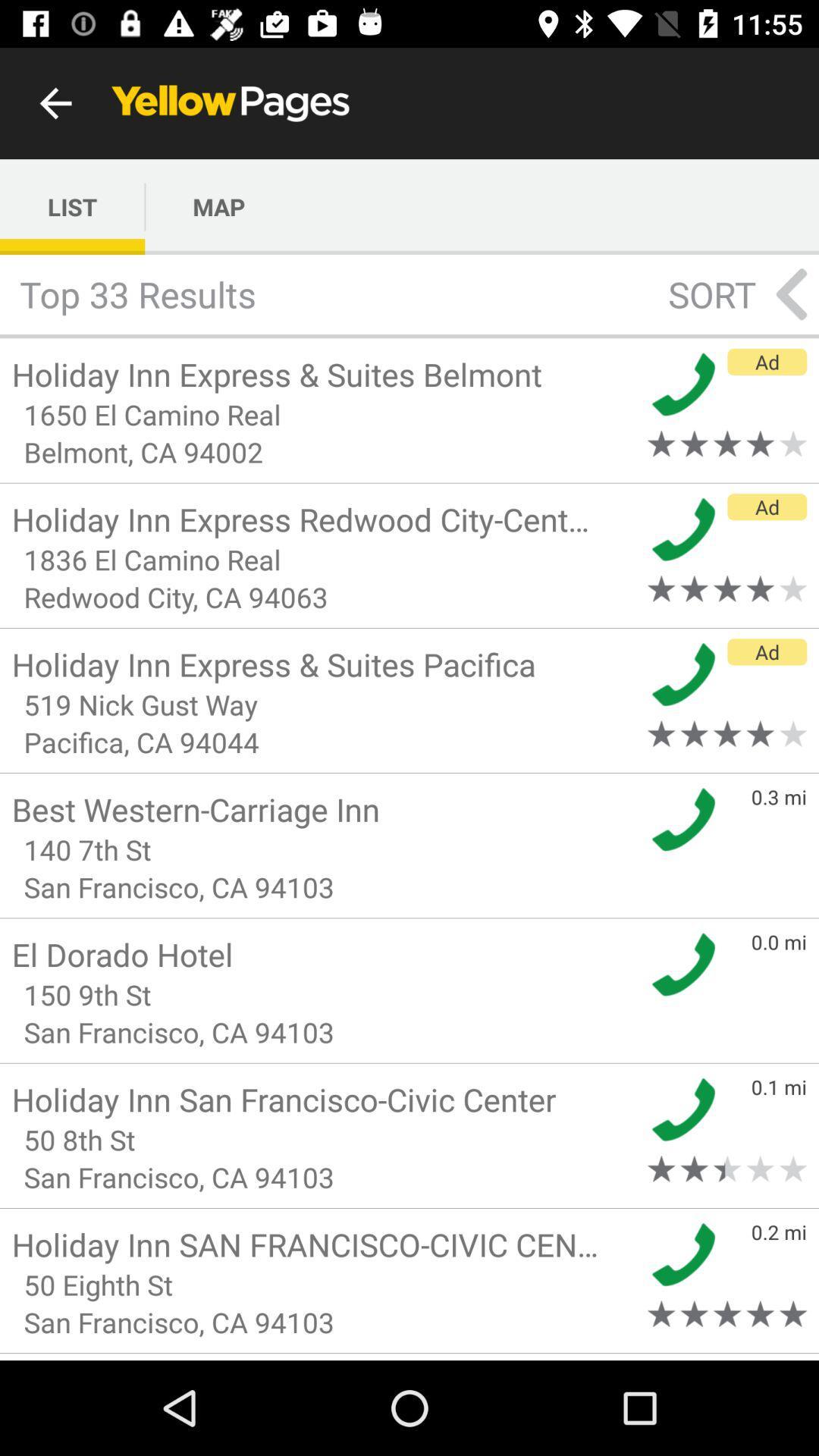 The height and width of the screenshot is (1456, 819). What do you see at coordinates (324, 953) in the screenshot?
I see `the el dorado hotel` at bounding box center [324, 953].